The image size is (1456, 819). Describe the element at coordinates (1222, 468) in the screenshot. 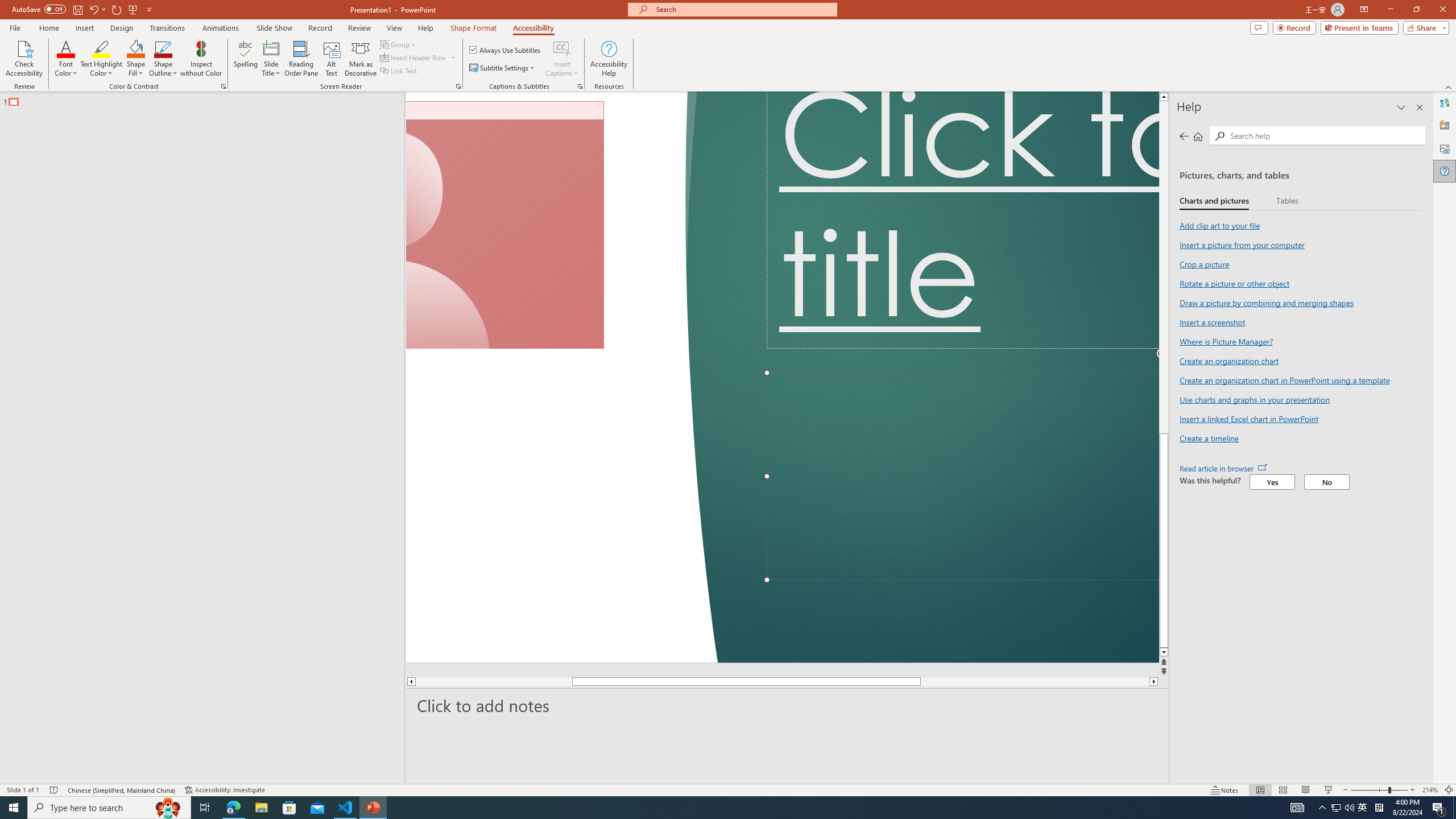

I see `'Read article in browser'` at that location.